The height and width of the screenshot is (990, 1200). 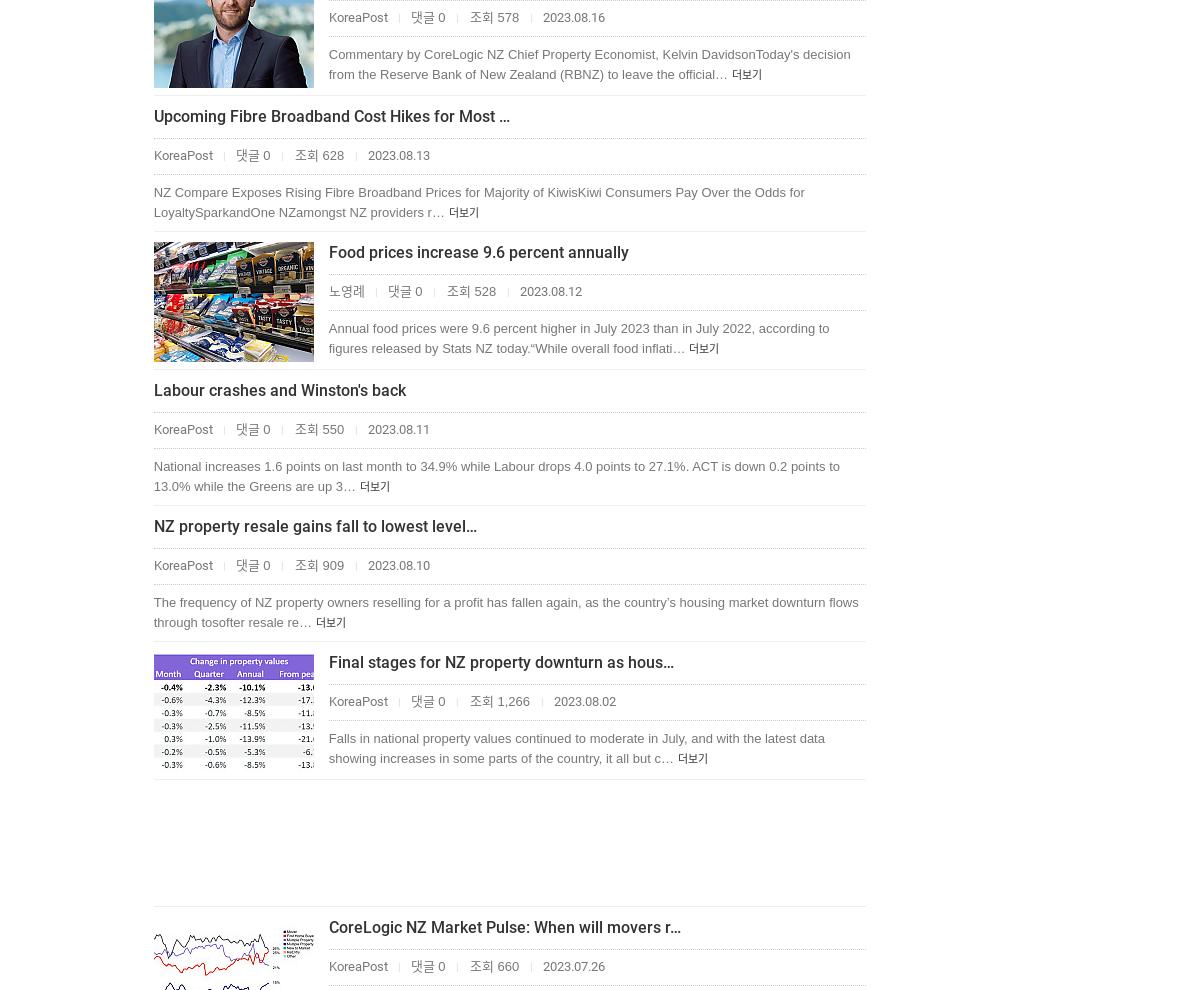 I want to click on '2023.08.10', so click(x=396, y=565).